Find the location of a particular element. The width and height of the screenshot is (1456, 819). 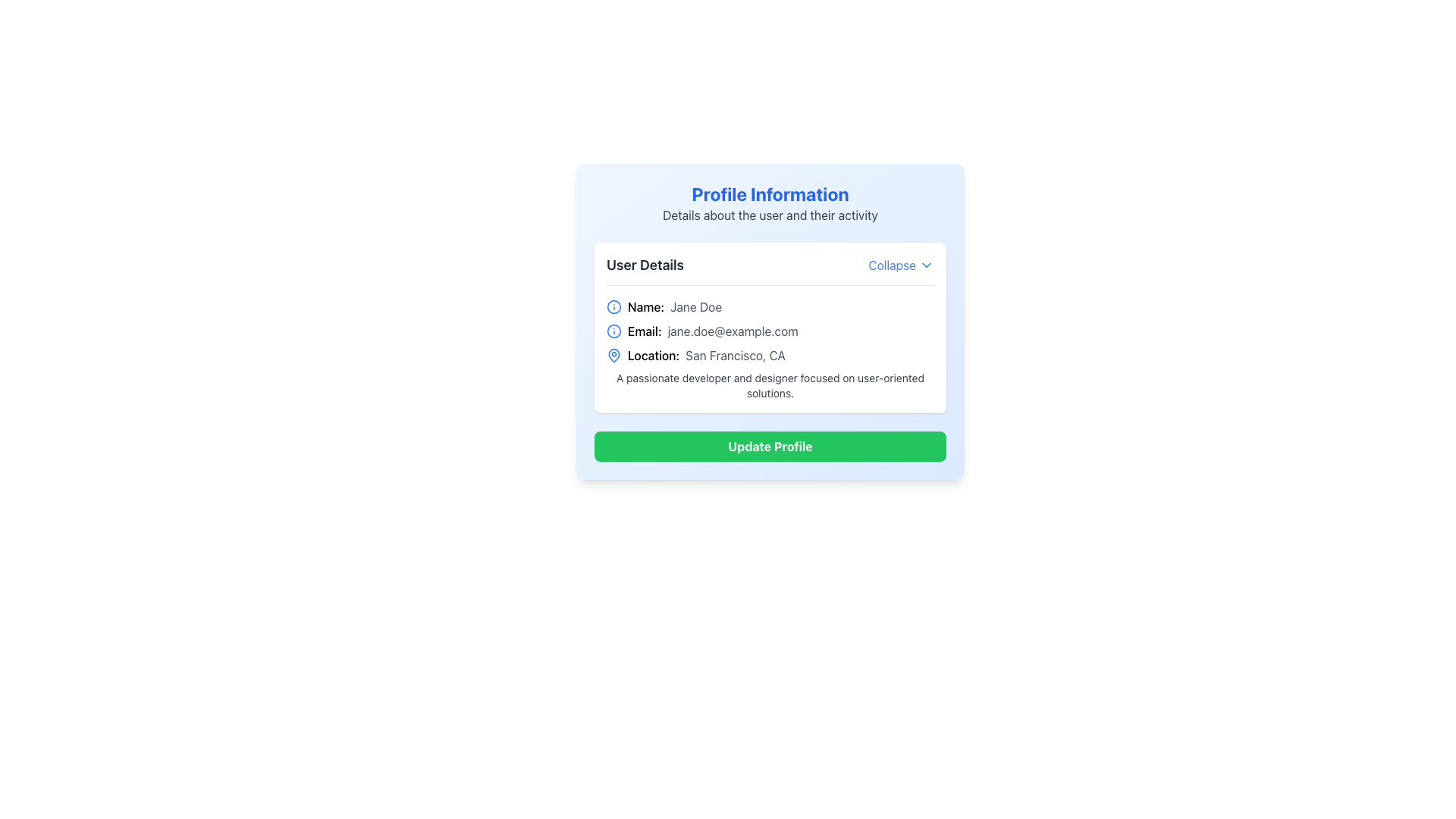

the descriptive text located in the second row below the 'Profile Information' title and above 'User Details' is located at coordinates (770, 215).